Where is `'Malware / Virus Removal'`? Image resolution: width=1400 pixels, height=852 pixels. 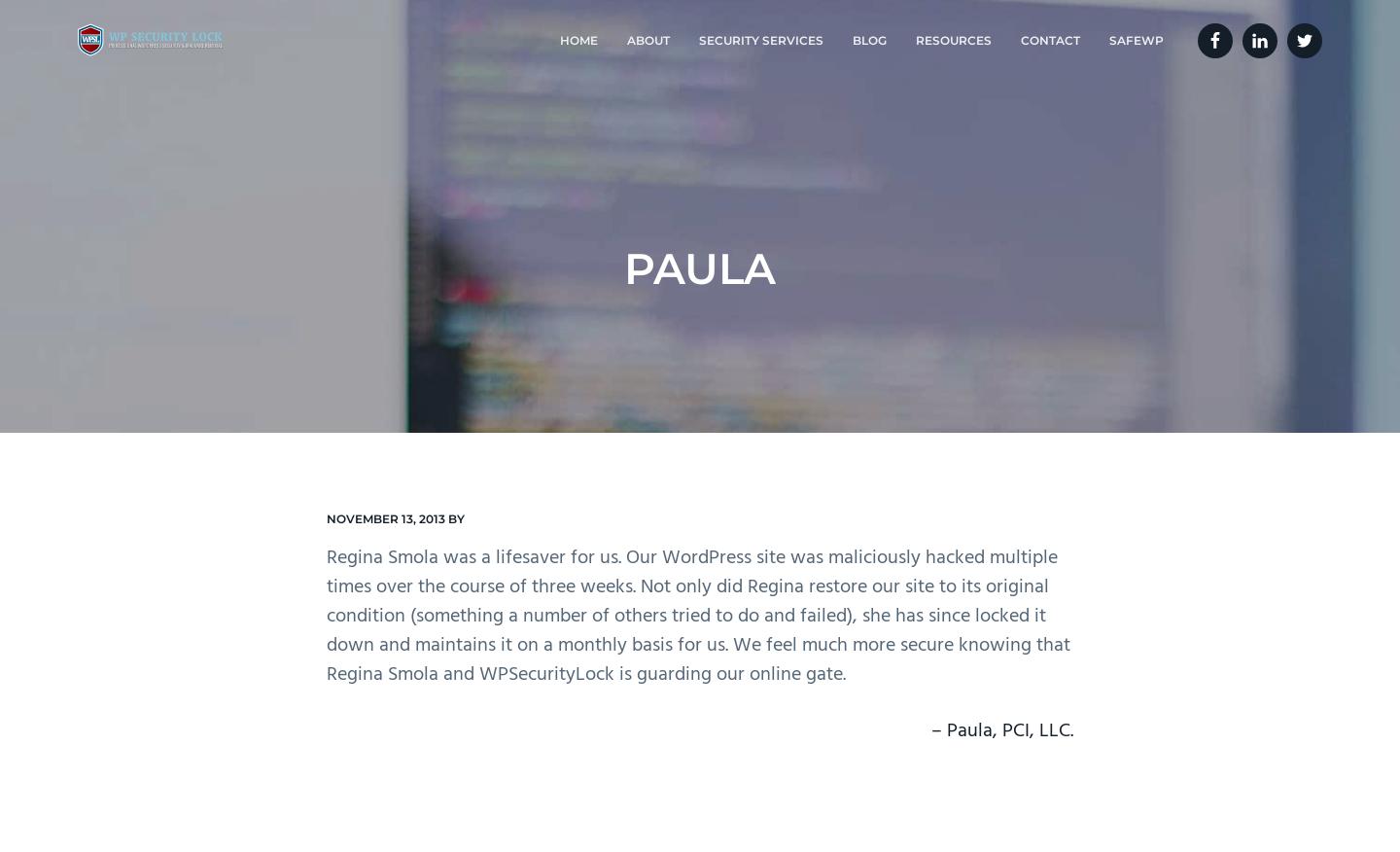 'Malware / Virus Removal' is located at coordinates (756, 110).